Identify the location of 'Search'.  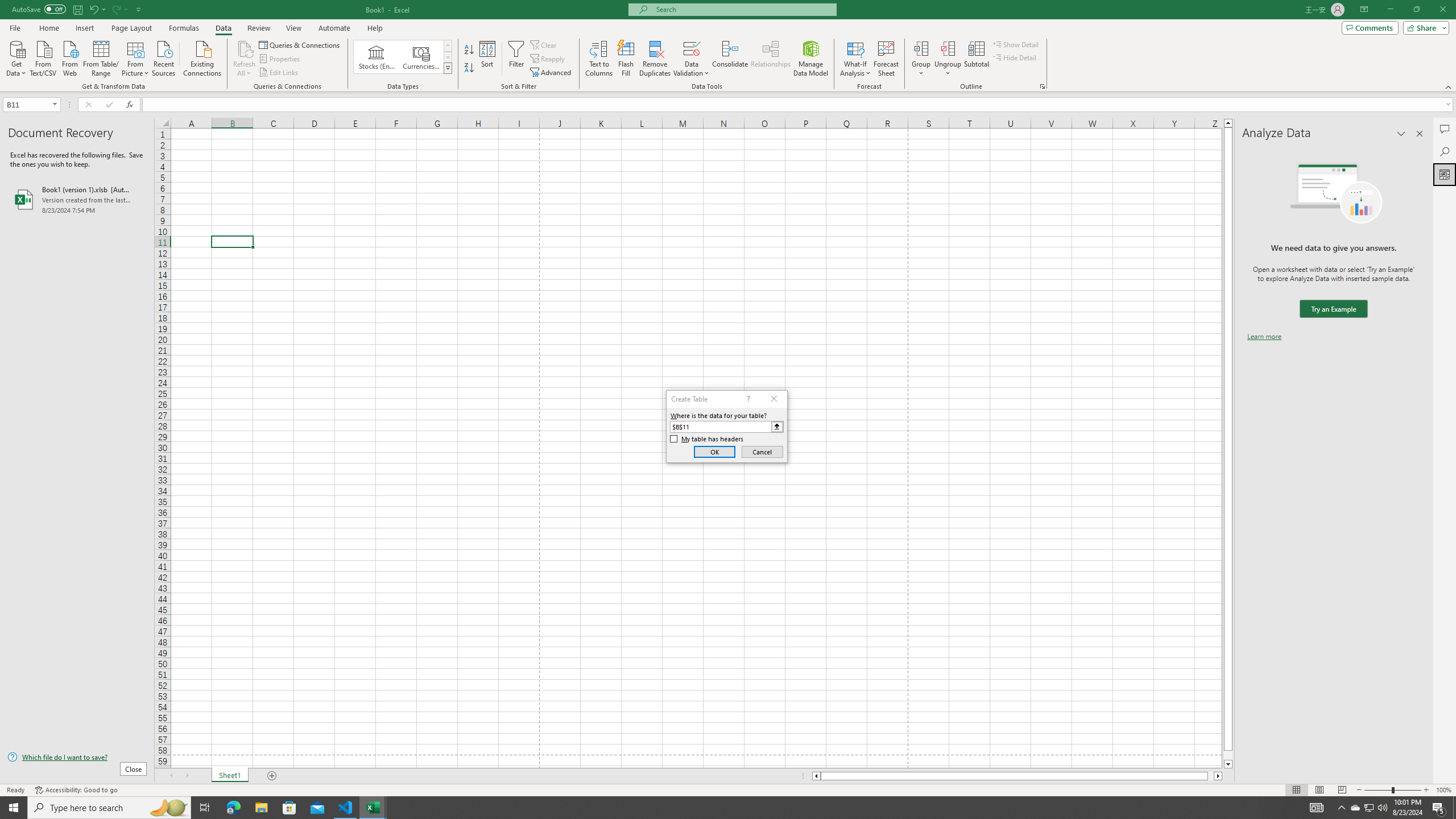
(1444, 152).